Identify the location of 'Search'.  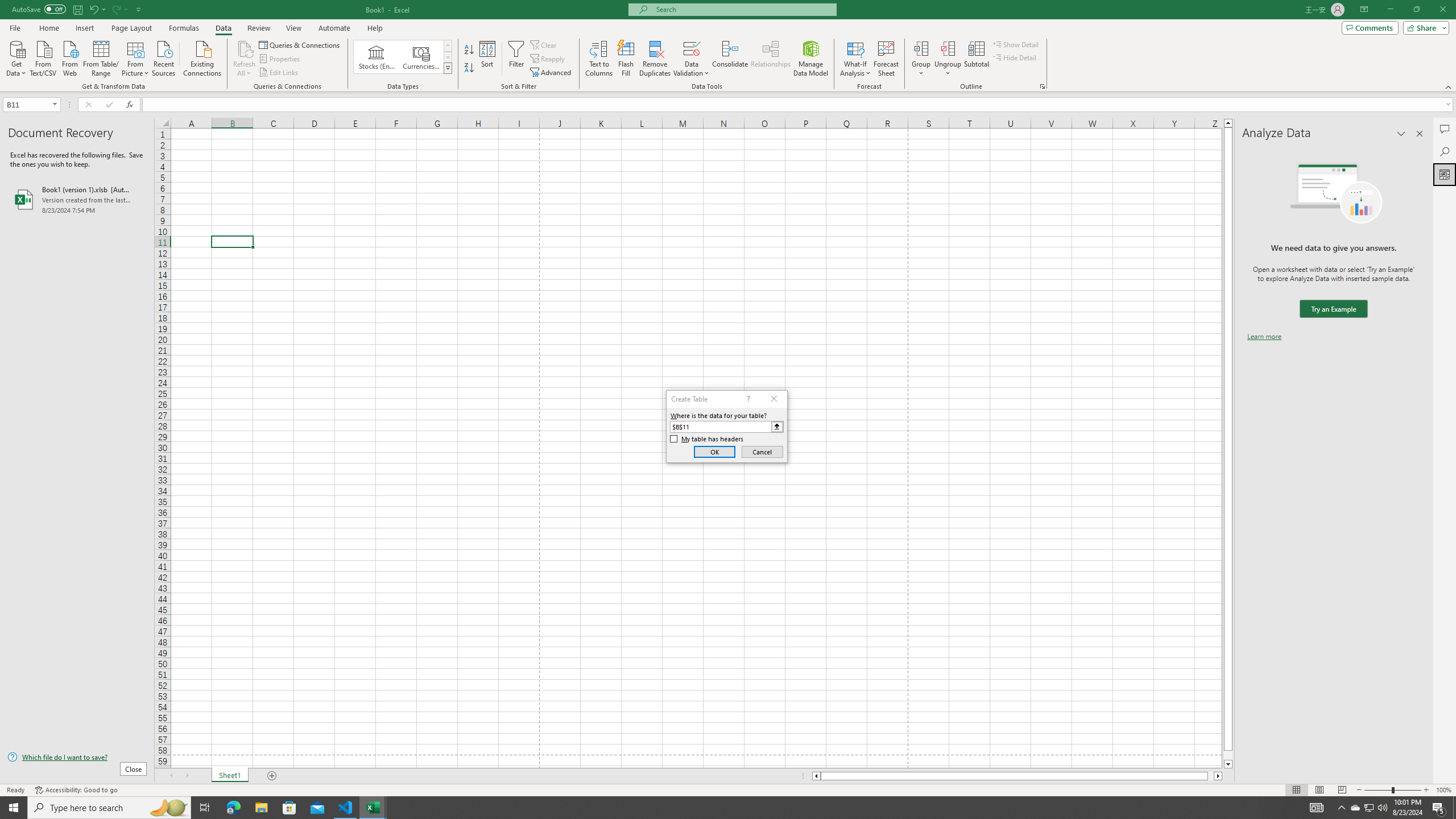
(1444, 152).